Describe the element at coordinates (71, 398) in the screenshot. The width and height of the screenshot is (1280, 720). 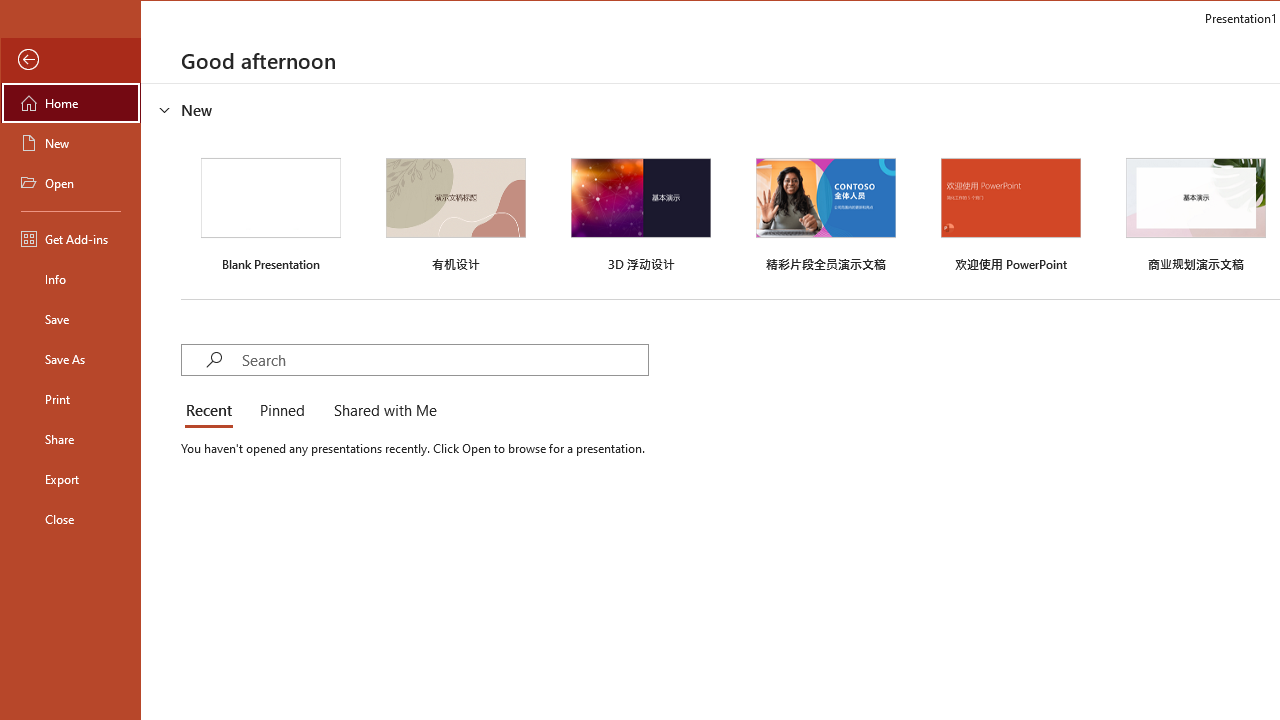
I see `'Print'` at that location.